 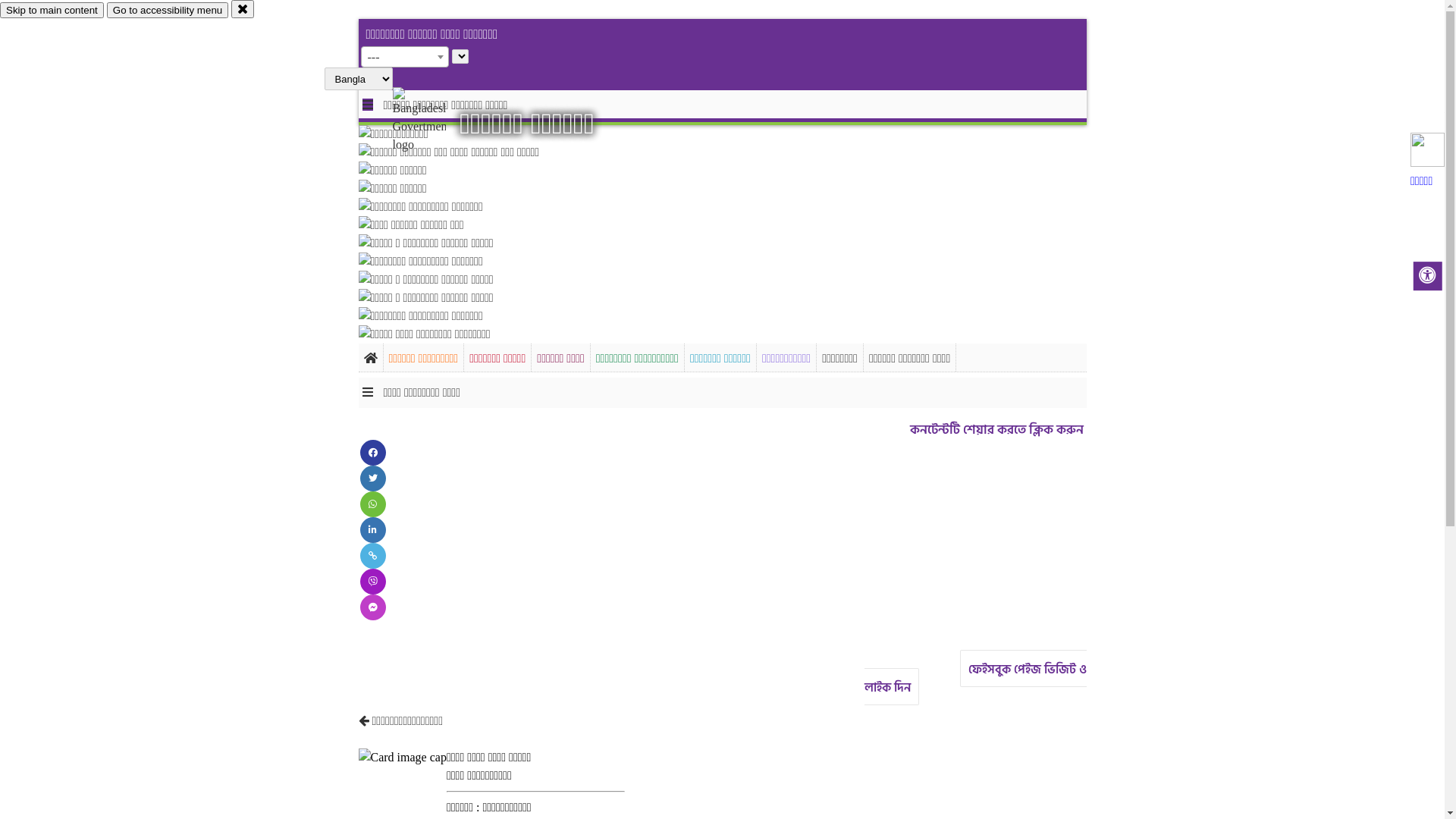 What do you see at coordinates (243, 8) in the screenshot?
I see `'close'` at bounding box center [243, 8].